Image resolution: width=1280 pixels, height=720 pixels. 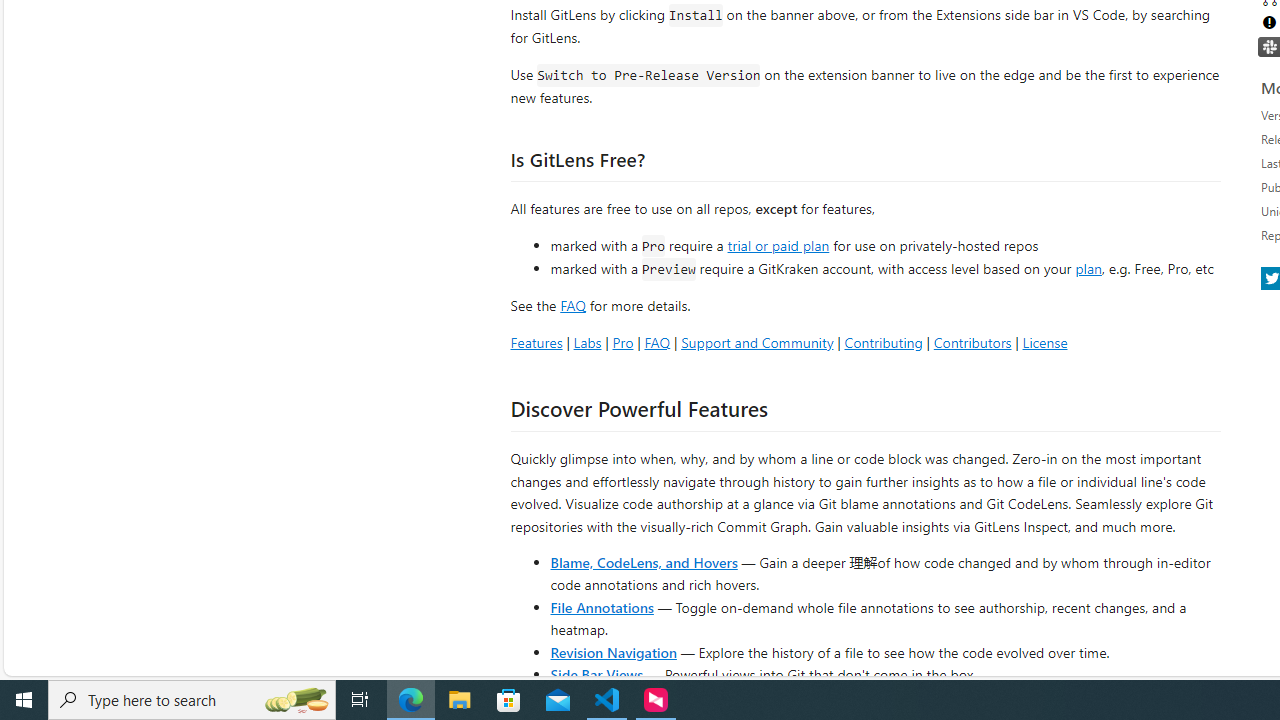 What do you see at coordinates (192, 698) in the screenshot?
I see `'Type here to search'` at bounding box center [192, 698].